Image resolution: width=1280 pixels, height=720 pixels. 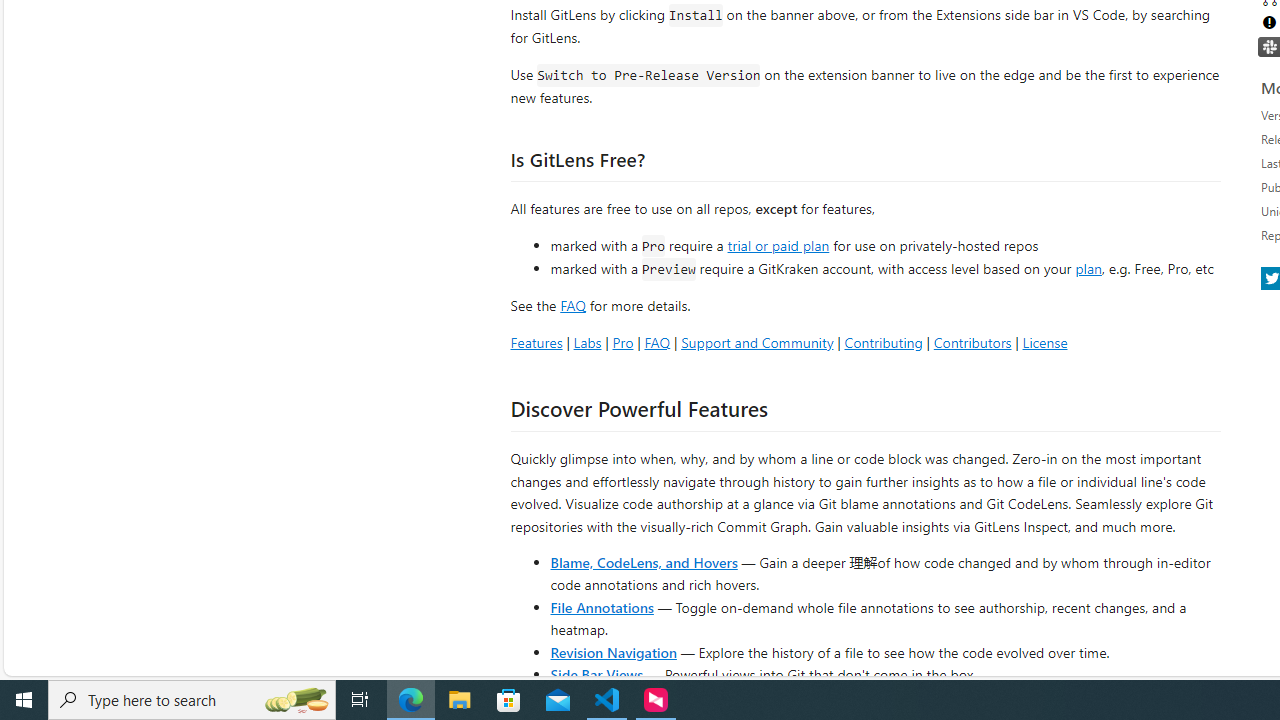 What do you see at coordinates (192, 698) in the screenshot?
I see `'Type here to search'` at bounding box center [192, 698].